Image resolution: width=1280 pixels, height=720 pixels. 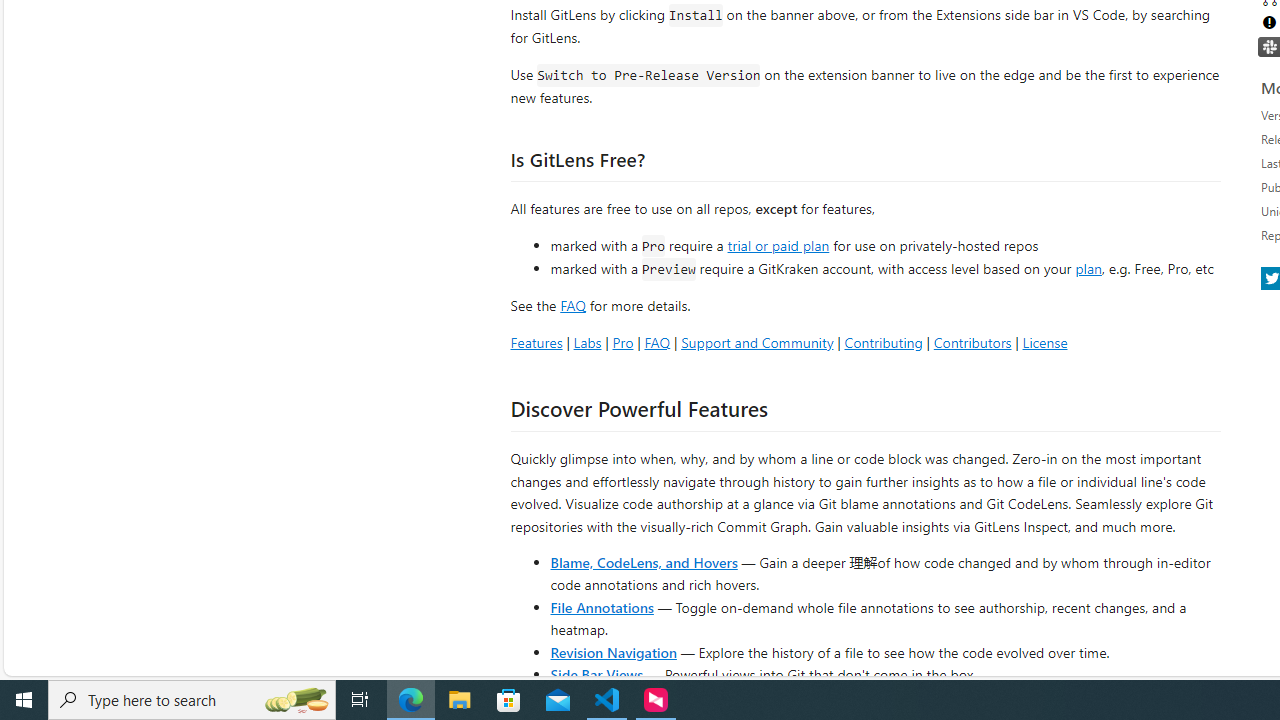 What do you see at coordinates (192, 698) in the screenshot?
I see `'Type here to search'` at bounding box center [192, 698].